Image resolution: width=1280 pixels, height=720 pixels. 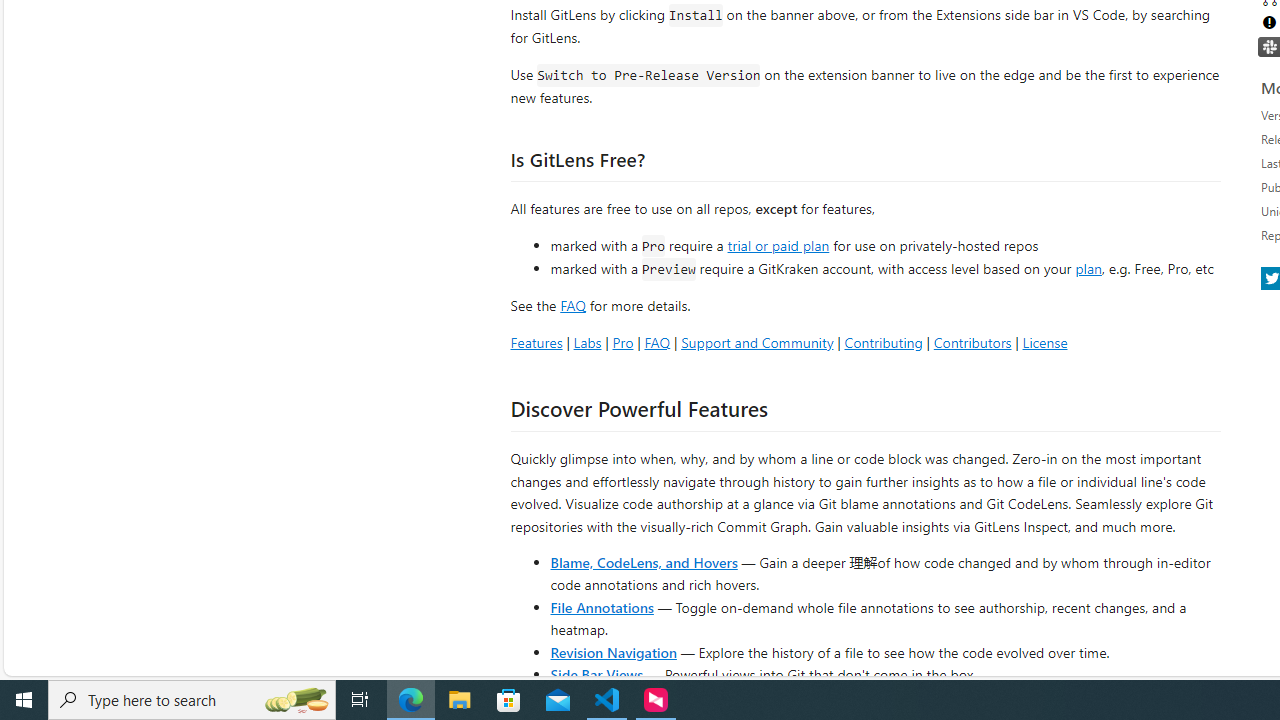 What do you see at coordinates (192, 698) in the screenshot?
I see `'Type here to search'` at bounding box center [192, 698].